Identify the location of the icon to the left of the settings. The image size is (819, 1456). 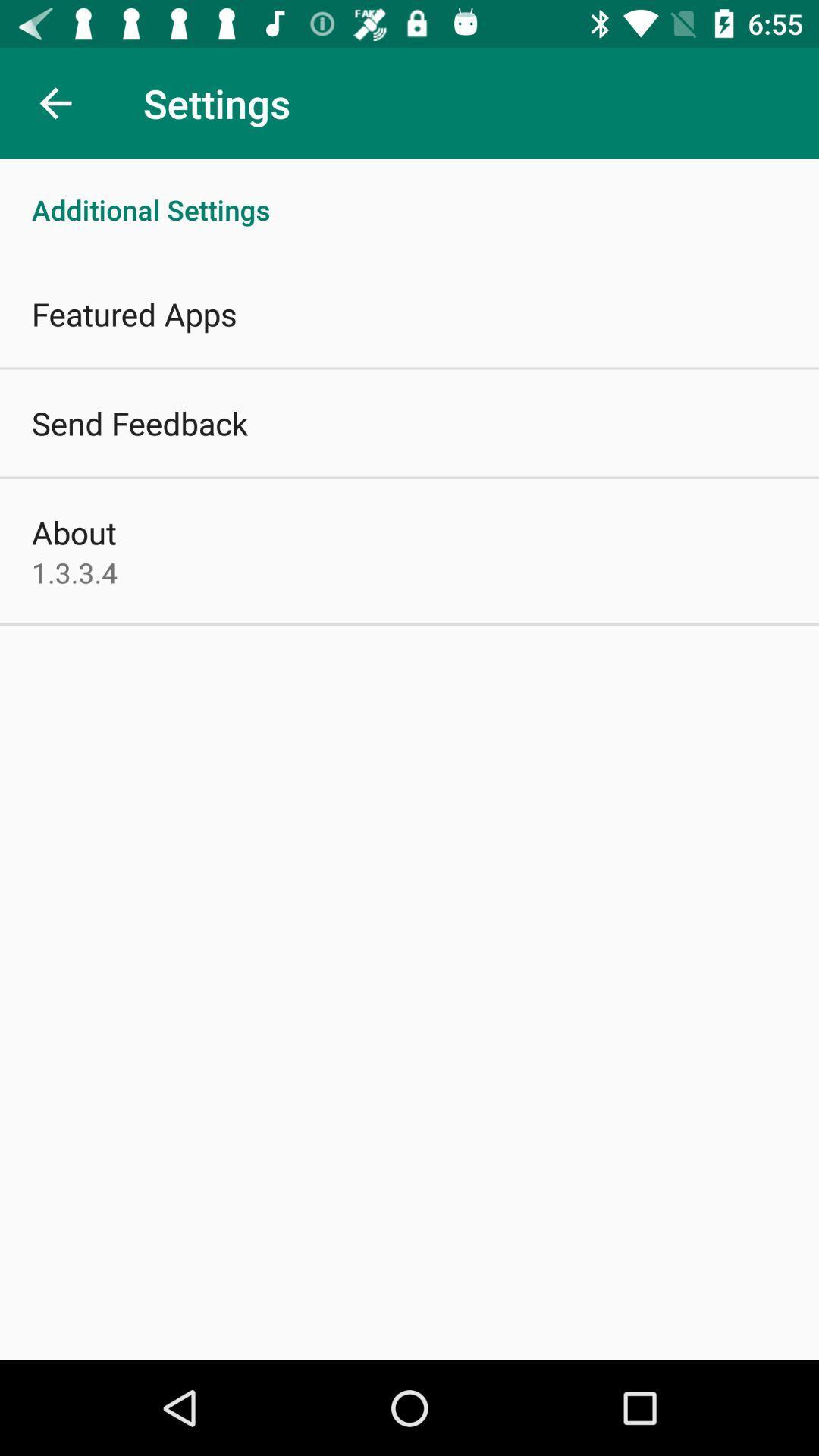
(55, 102).